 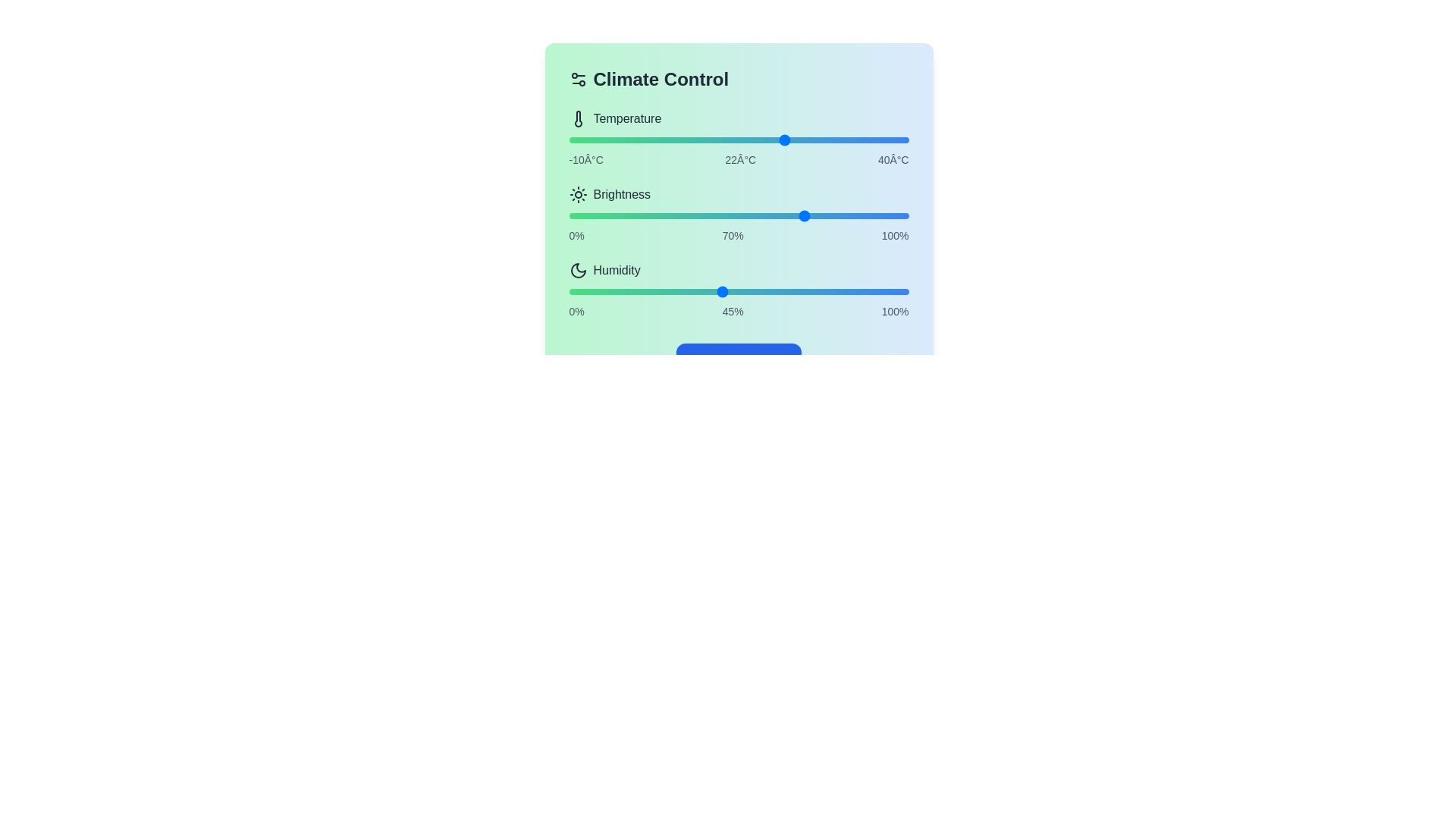 What do you see at coordinates (733, 311) in the screenshot?
I see `the text label displaying '45%' which indicates a value on the humidity slider, positioned between '0%' and '100%'` at bounding box center [733, 311].